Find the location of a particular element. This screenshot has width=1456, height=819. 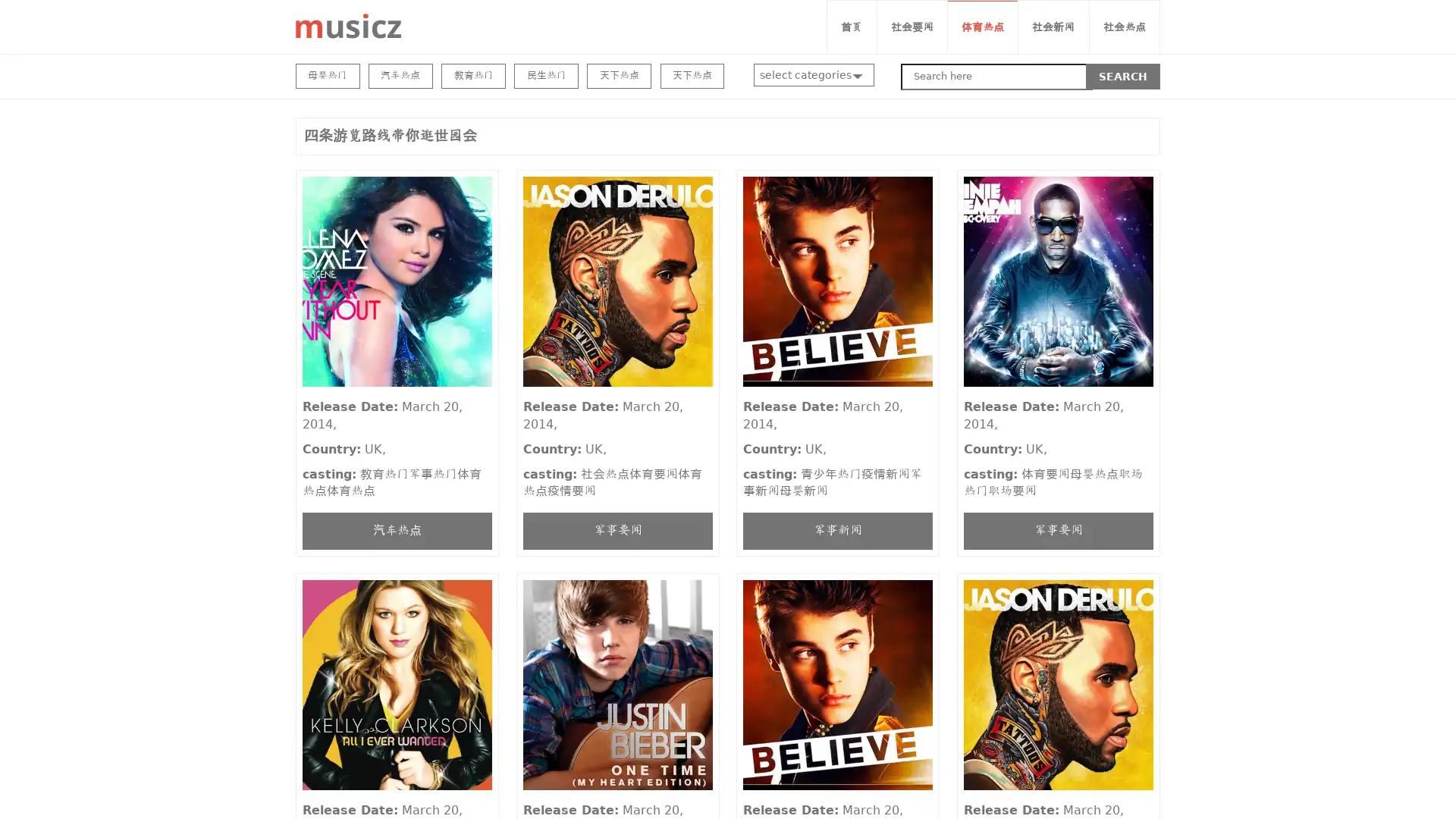

search is located at coordinates (1123, 76).